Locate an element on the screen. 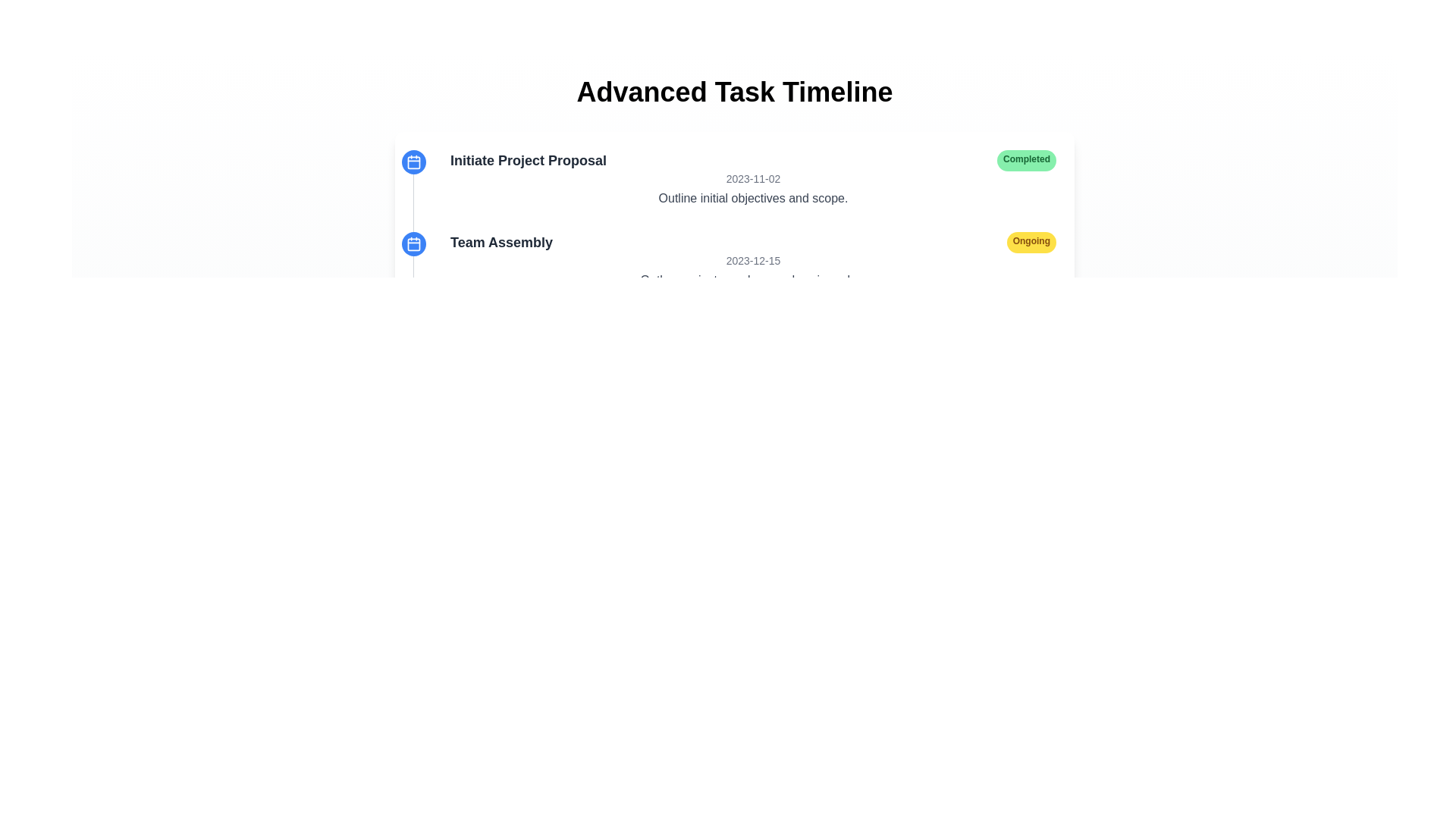  the Status badge located to the far right of the 'Initiate Project Proposal' row in the timeline interface, which indicates the completion status of an associated task or event is located at coordinates (1026, 161).